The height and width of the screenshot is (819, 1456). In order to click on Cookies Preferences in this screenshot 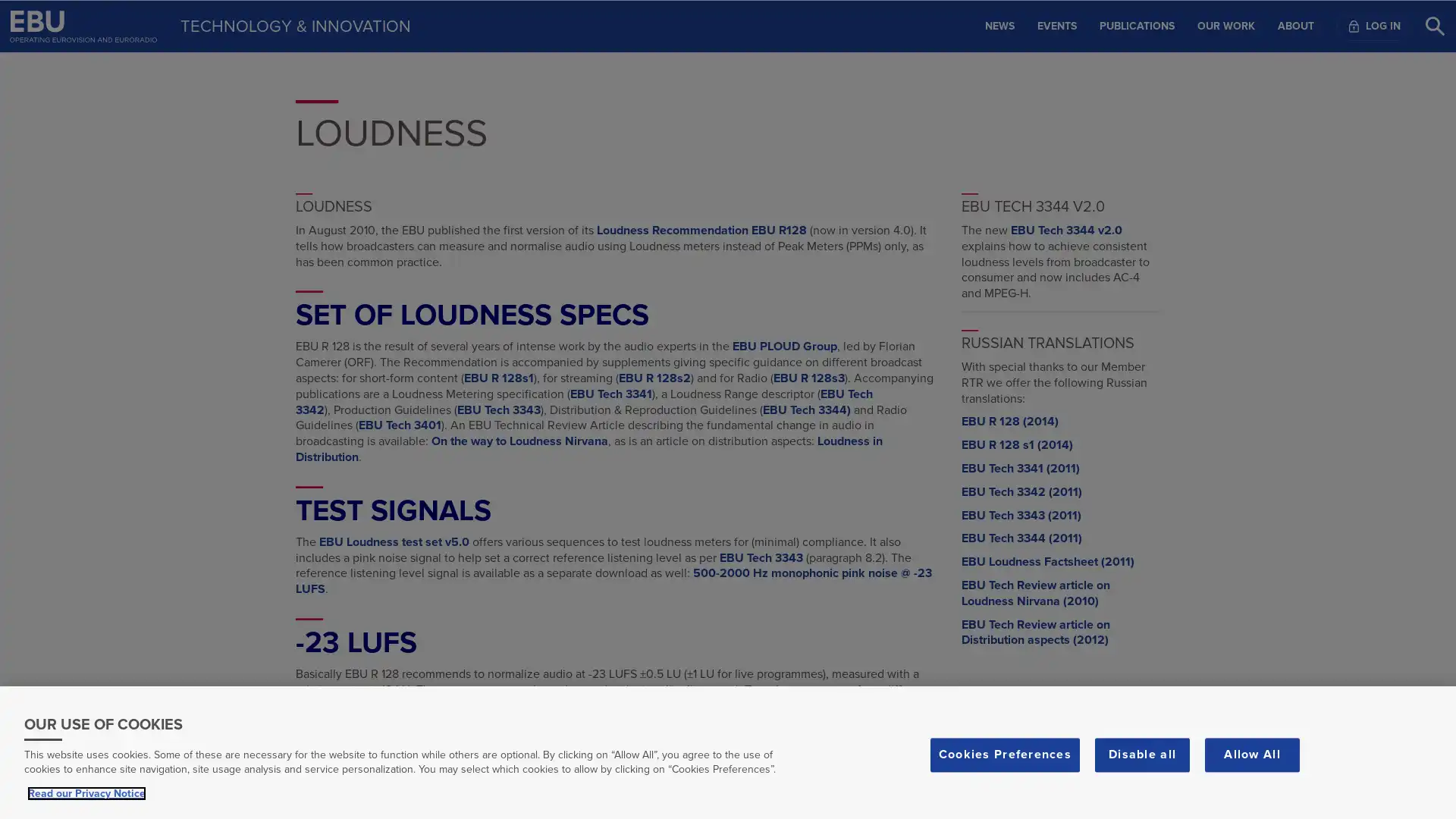, I will do `click(1004, 755)`.